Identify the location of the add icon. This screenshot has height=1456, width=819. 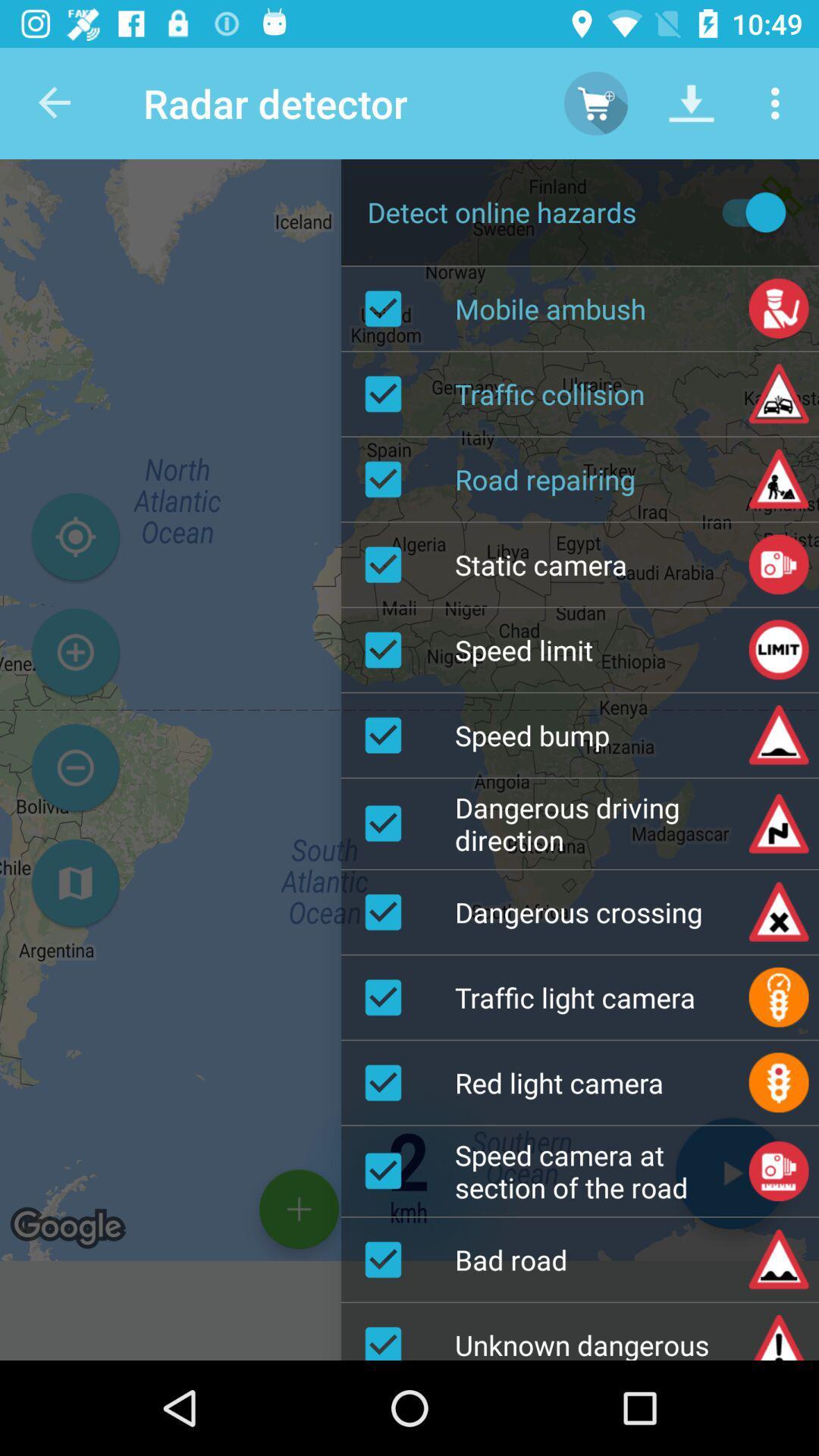
(299, 1208).